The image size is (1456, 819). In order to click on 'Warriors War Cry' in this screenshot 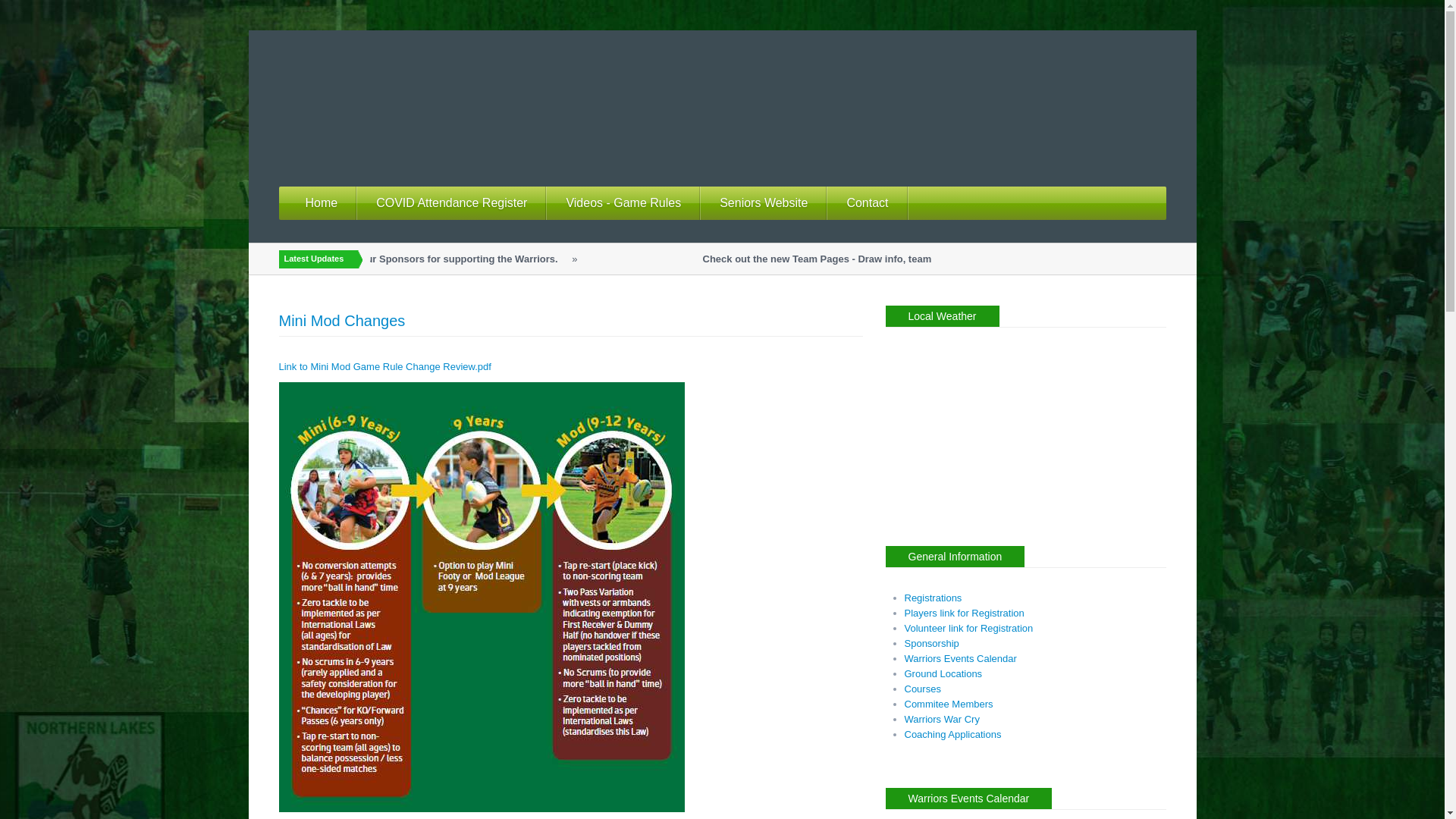, I will do `click(940, 718)`.